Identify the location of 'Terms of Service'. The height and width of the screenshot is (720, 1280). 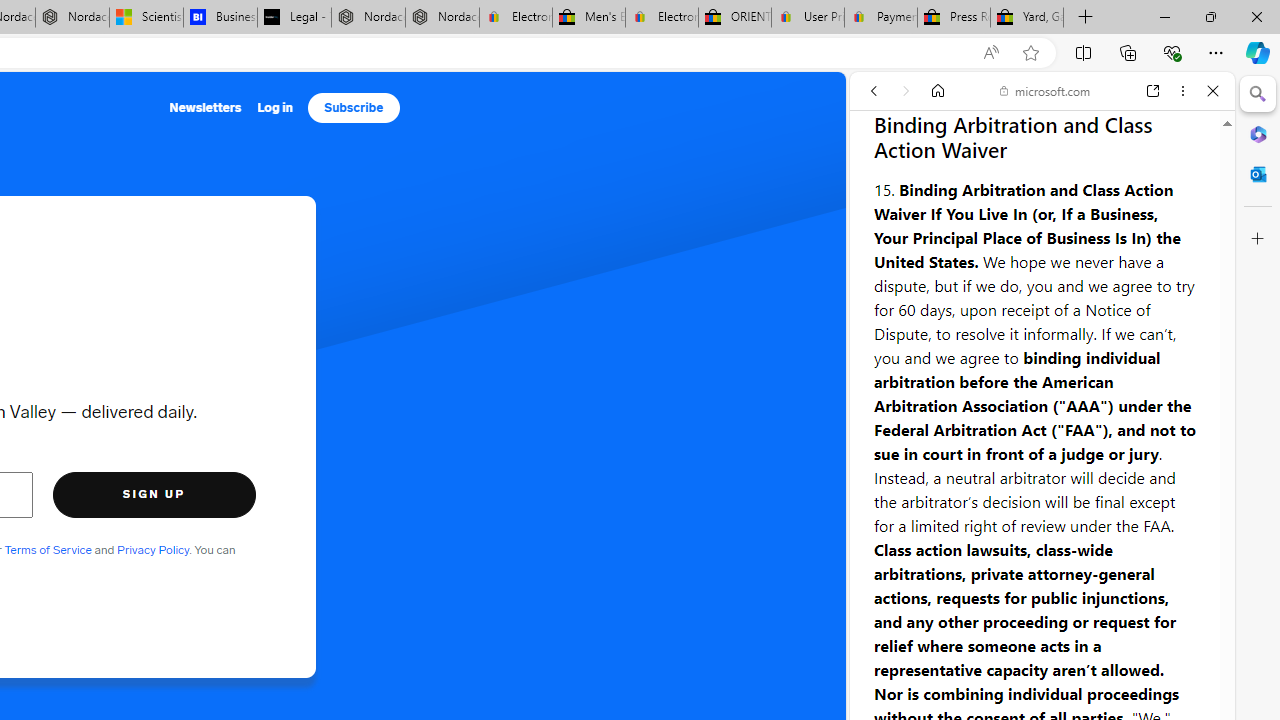
(48, 549).